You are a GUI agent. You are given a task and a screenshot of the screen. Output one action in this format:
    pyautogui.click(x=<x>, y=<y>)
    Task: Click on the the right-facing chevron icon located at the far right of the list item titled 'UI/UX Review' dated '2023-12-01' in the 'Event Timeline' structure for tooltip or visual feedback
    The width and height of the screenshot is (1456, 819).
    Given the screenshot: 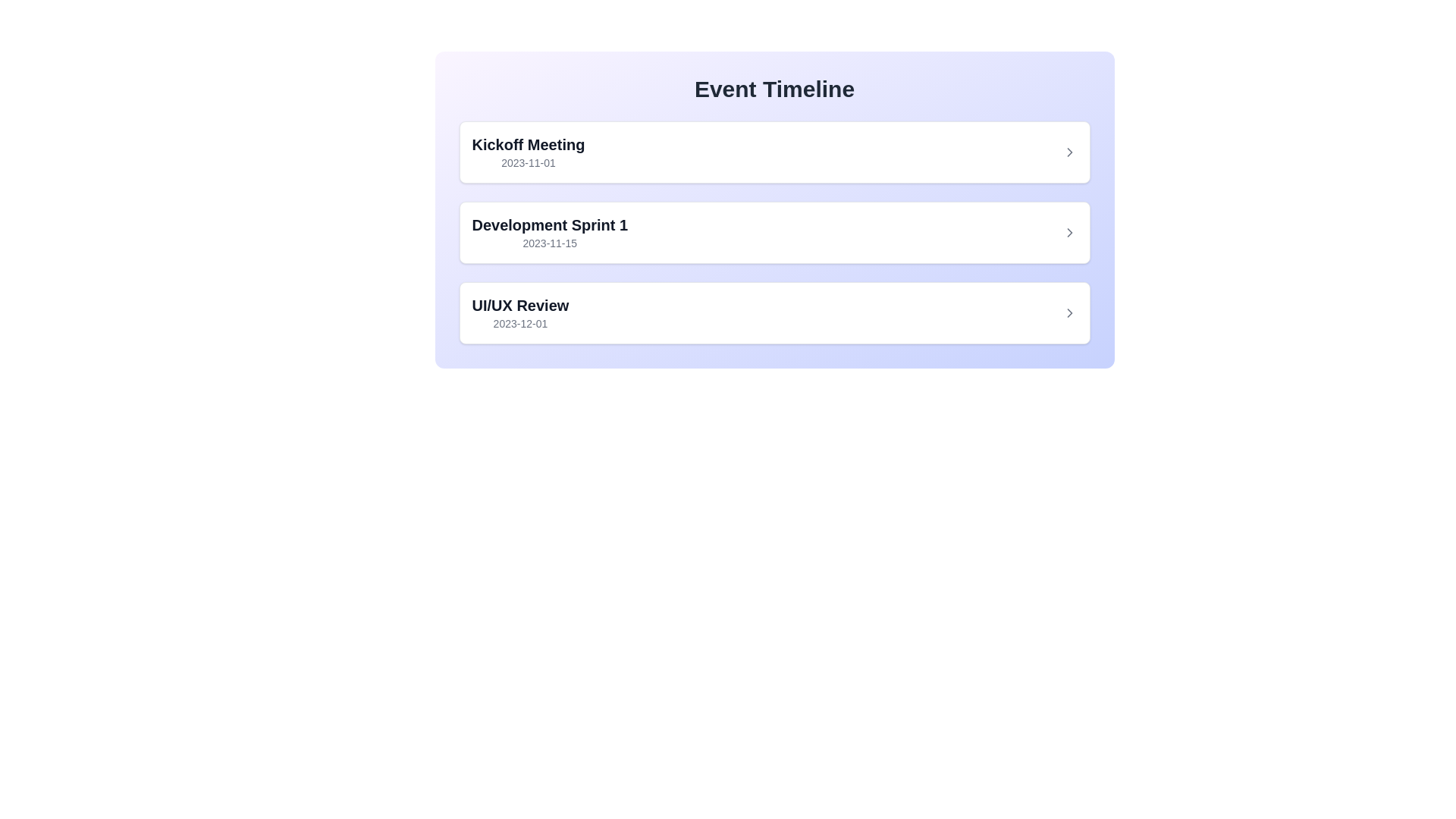 What is the action you would take?
    pyautogui.click(x=1068, y=312)
    